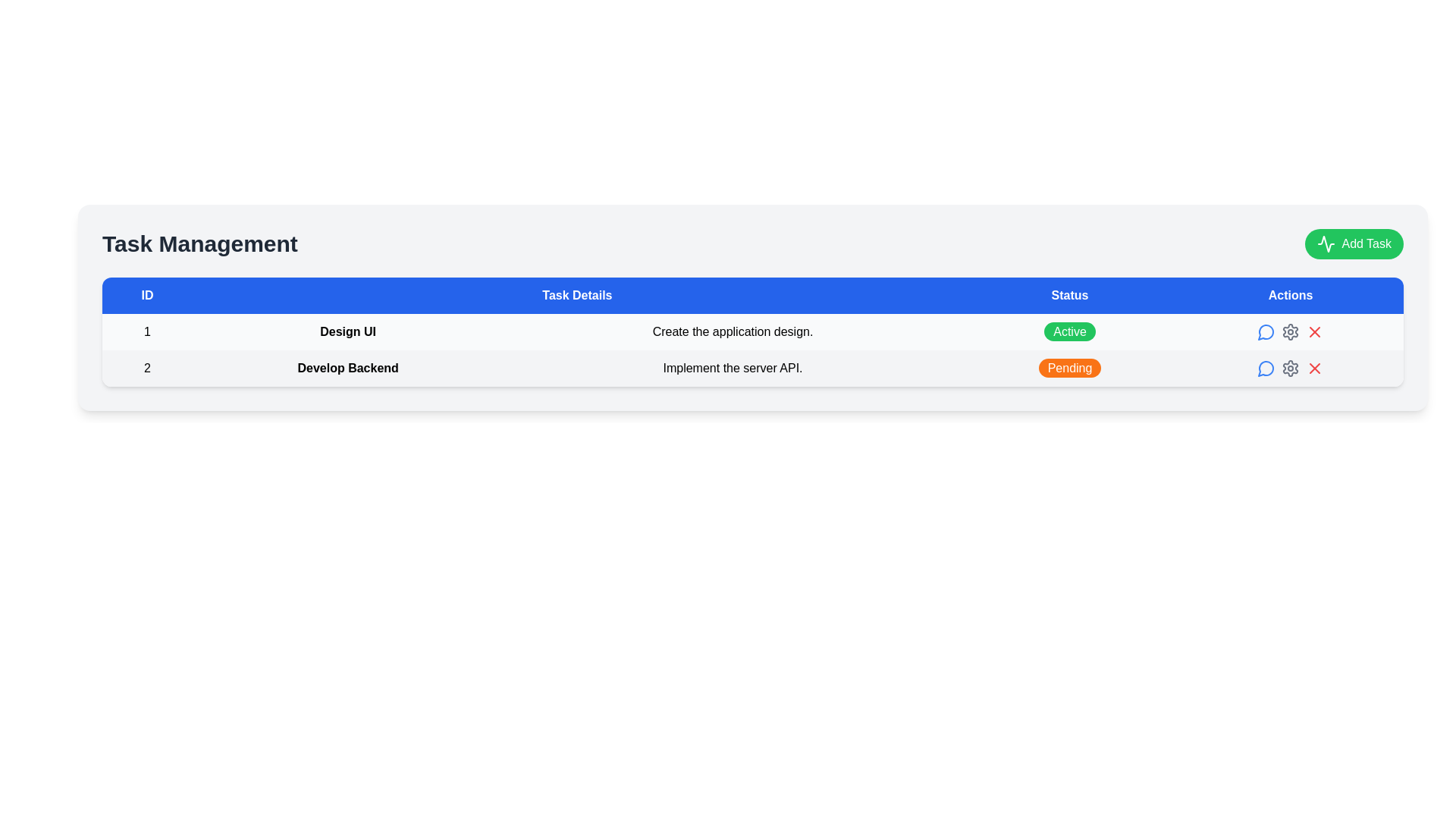  What do you see at coordinates (1290, 295) in the screenshot?
I see `the static text header for the 'Actions' column, which is the fourth header in the tabular layout, located to the right of the 'Status' header` at bounding box center [1290, 295].